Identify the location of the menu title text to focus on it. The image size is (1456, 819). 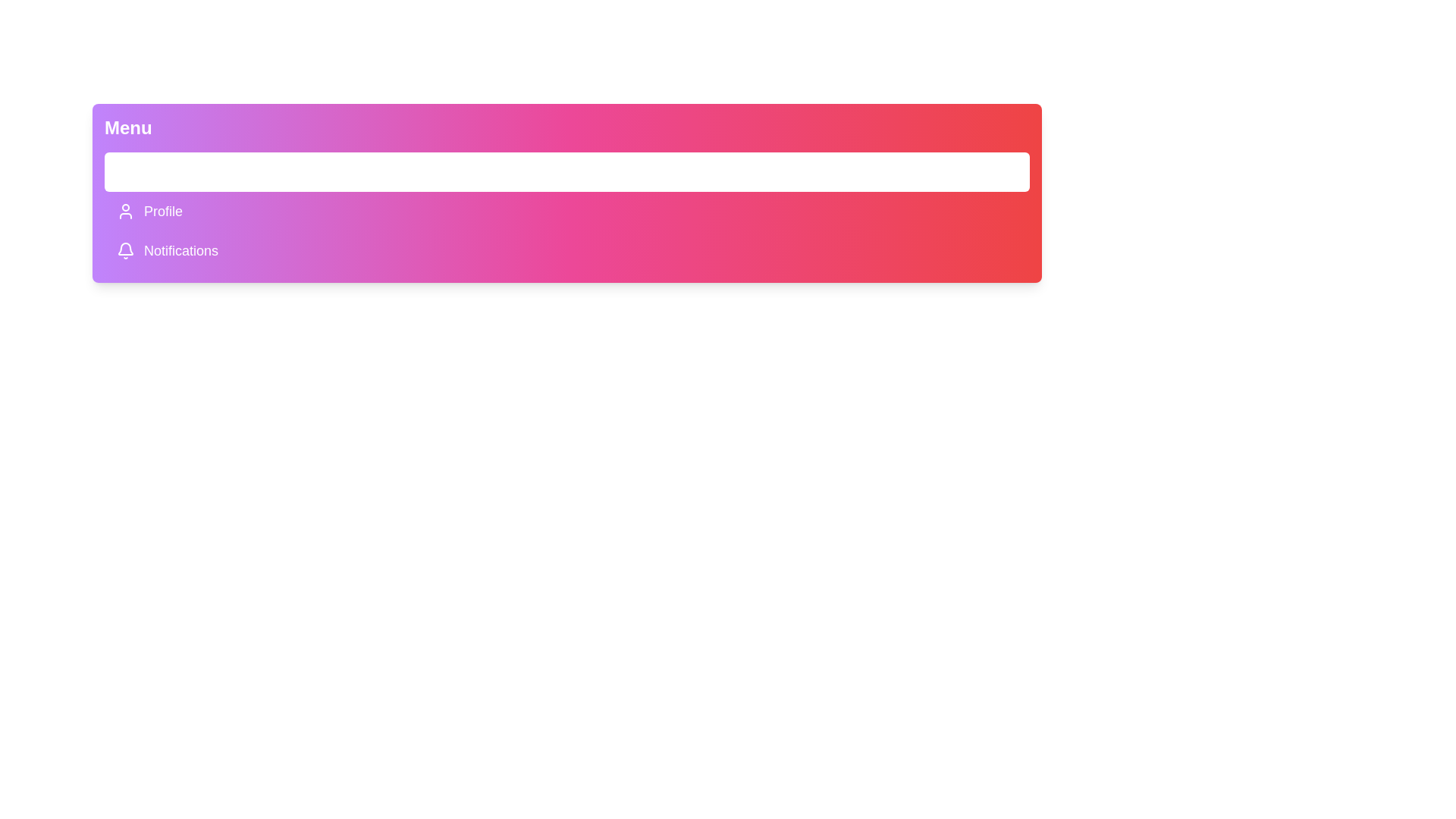
(127, 127).